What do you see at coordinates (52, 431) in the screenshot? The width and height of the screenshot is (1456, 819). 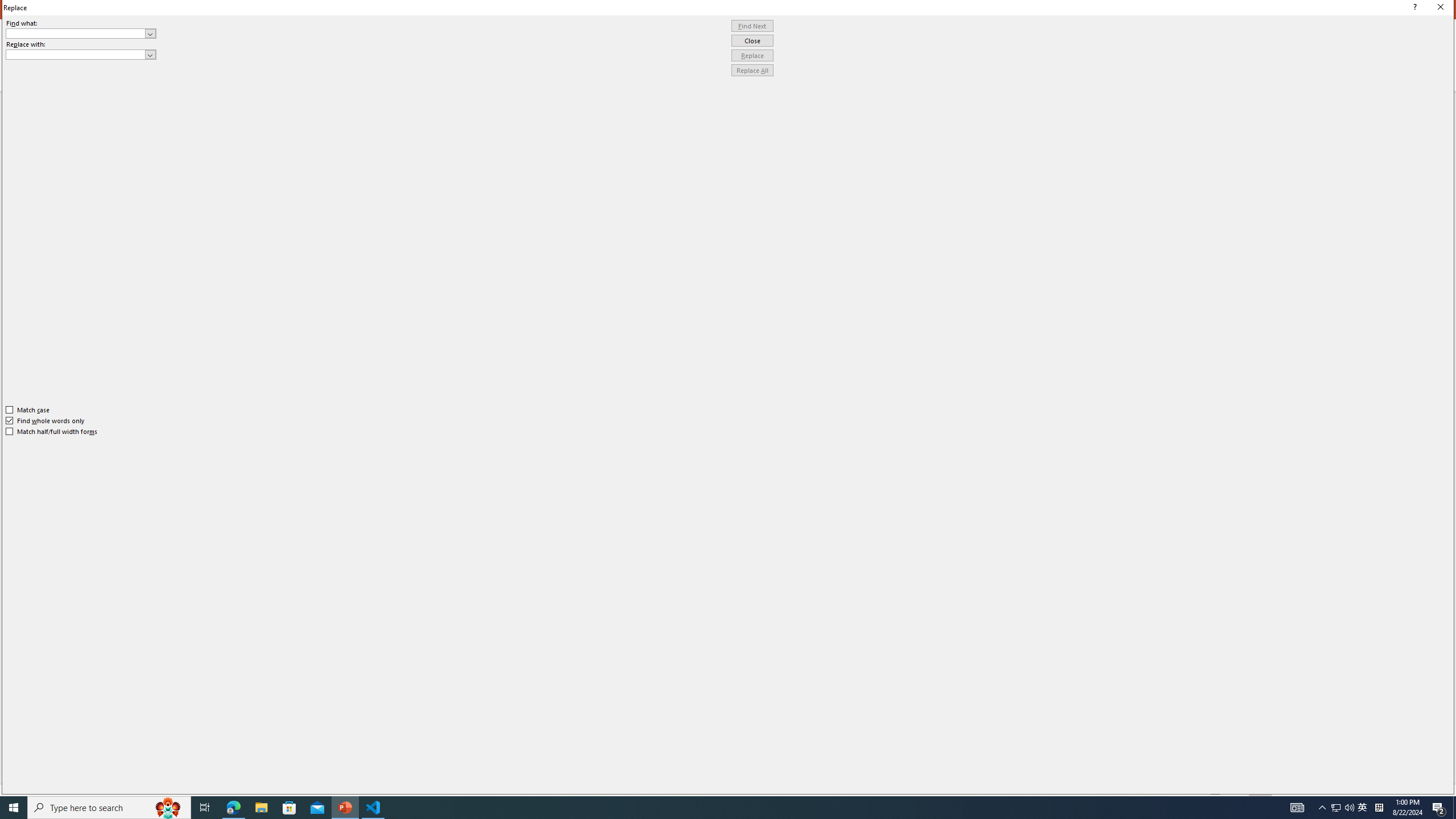 I see `'Match half/full width forms'` at bounding box center [52, 431].